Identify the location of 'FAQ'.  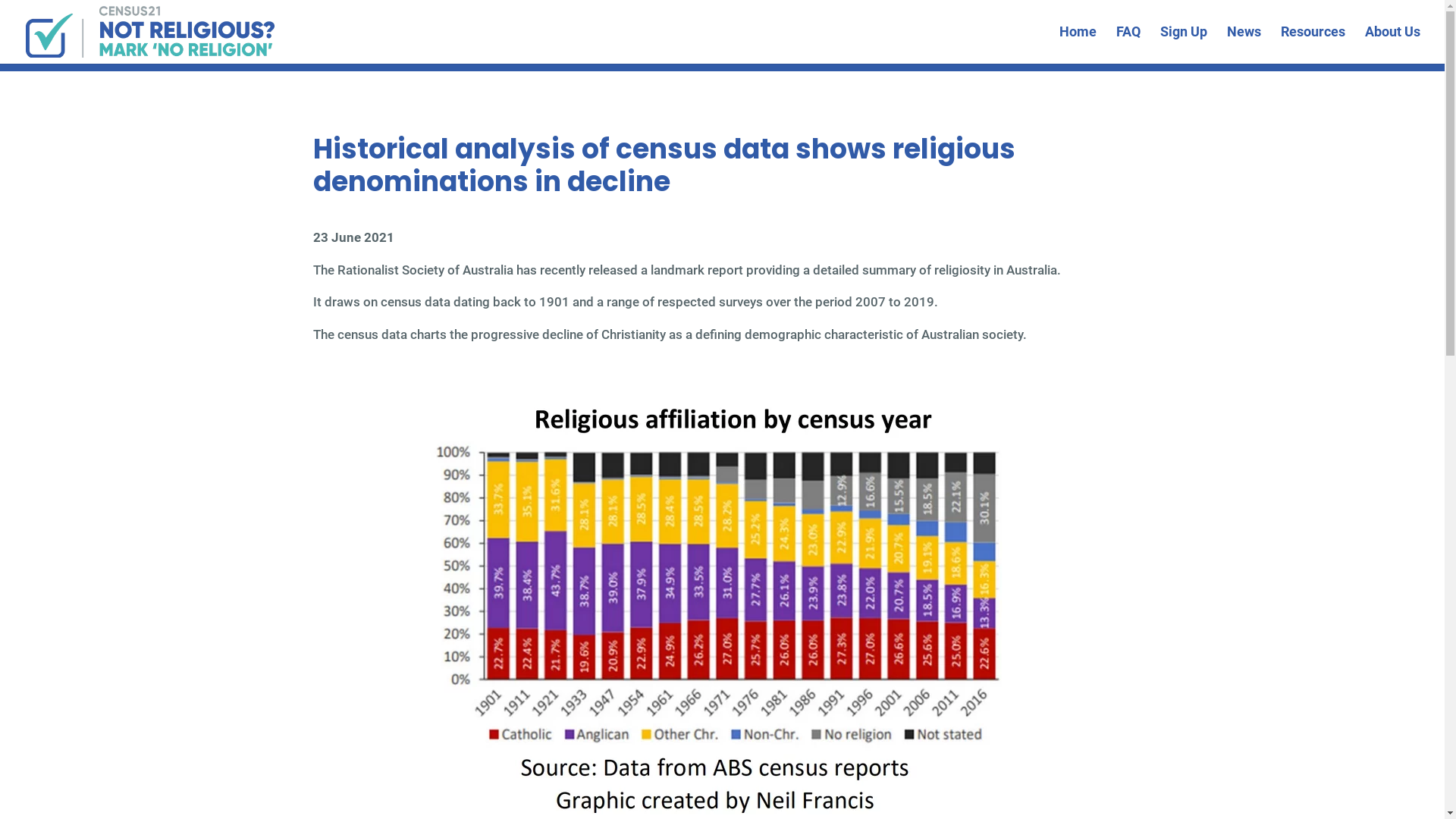
(1128, 44).